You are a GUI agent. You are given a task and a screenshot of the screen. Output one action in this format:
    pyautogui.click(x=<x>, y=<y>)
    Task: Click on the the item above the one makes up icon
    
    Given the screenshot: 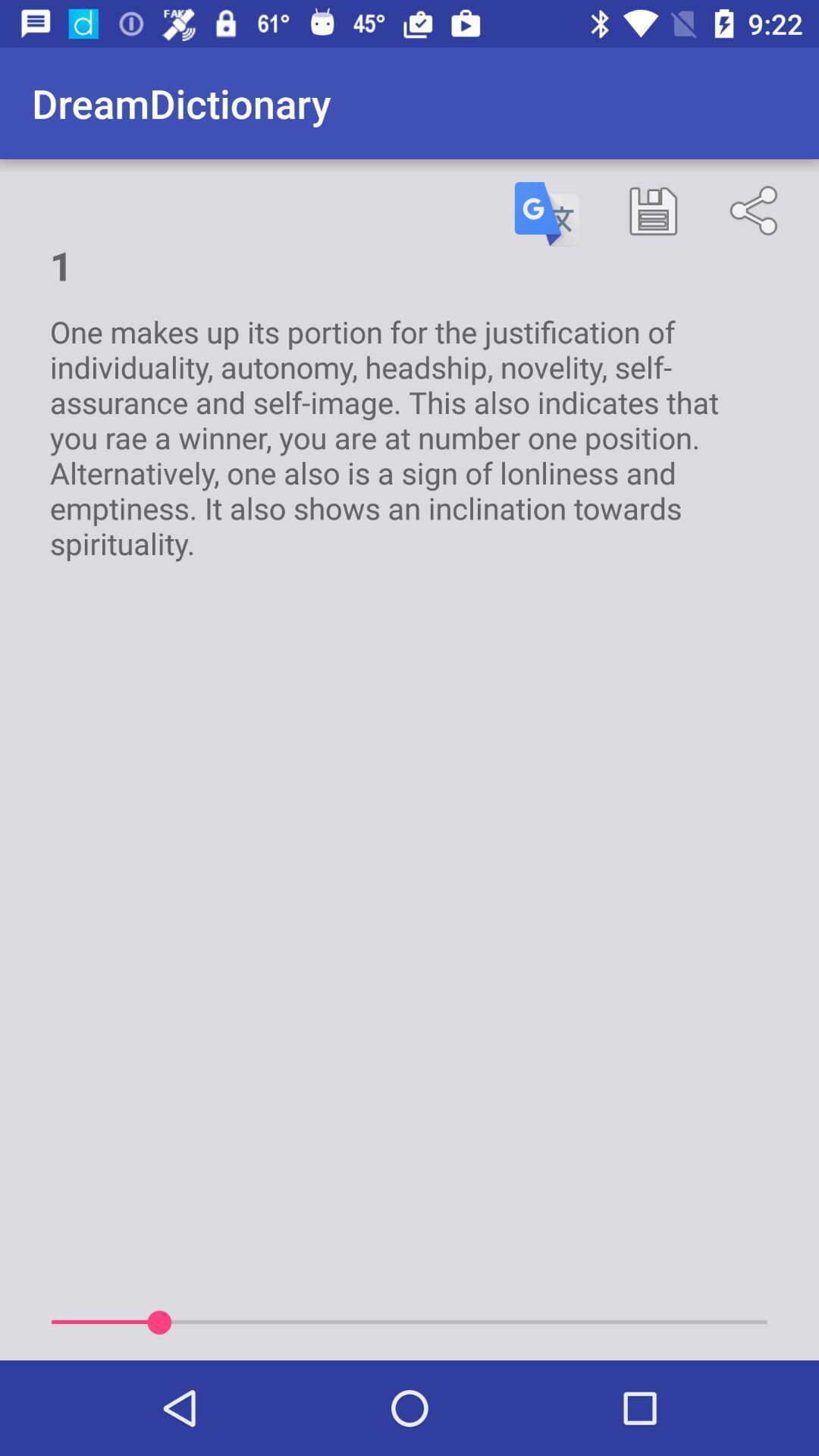 What is the action you would take?
    pyautogui.click(x=547, y=213)
    